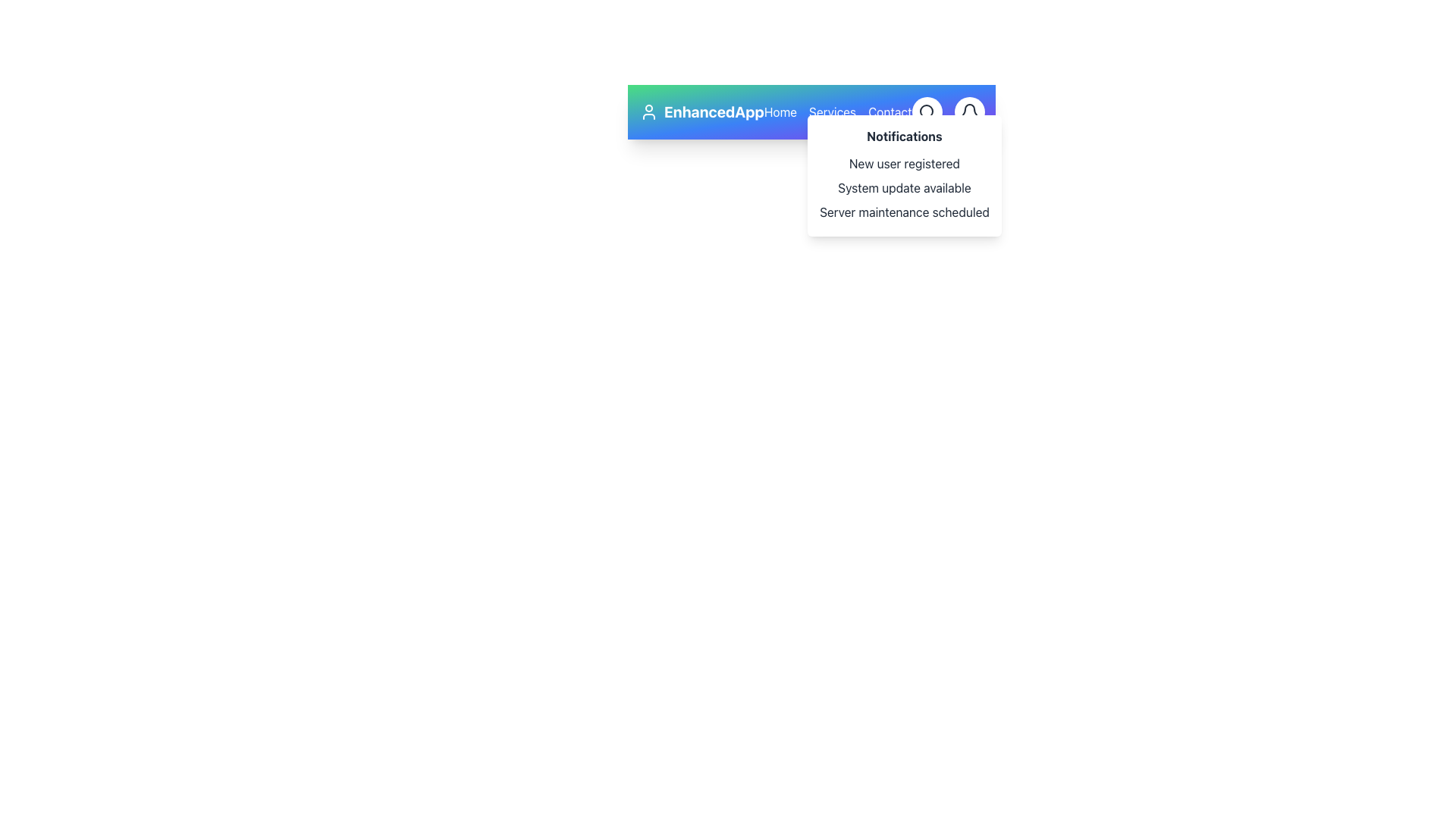 Image resolution: width=1456 pixels, height=819 pixels. What do you see at coordinates (832, 111) in the screenshot?
I see `the 'Services' text link in the navigation menu to trigger the underline styling` at bounding box center [832, 111].